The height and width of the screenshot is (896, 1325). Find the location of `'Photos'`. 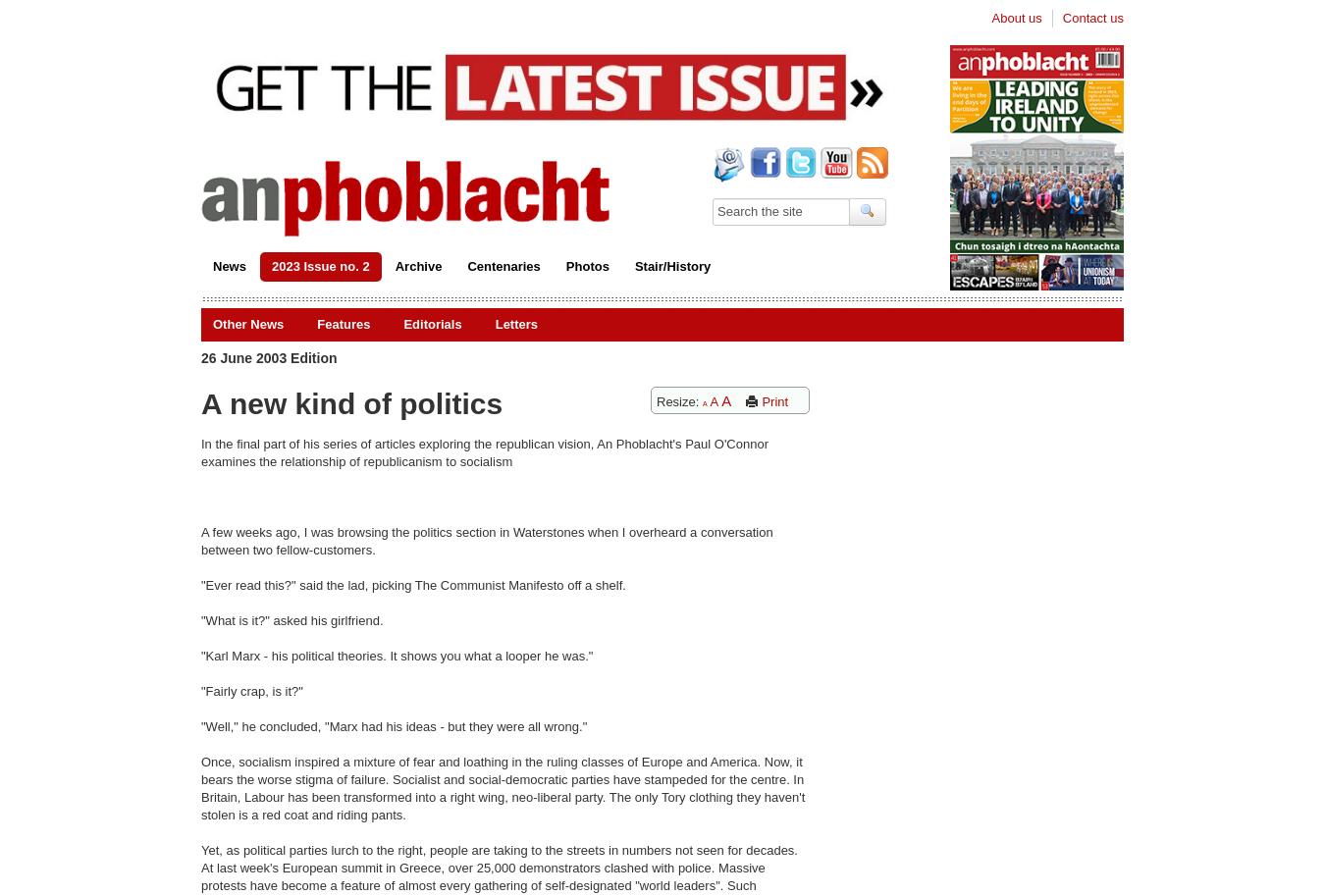

'Photos' is located at coordinates (587, 265).